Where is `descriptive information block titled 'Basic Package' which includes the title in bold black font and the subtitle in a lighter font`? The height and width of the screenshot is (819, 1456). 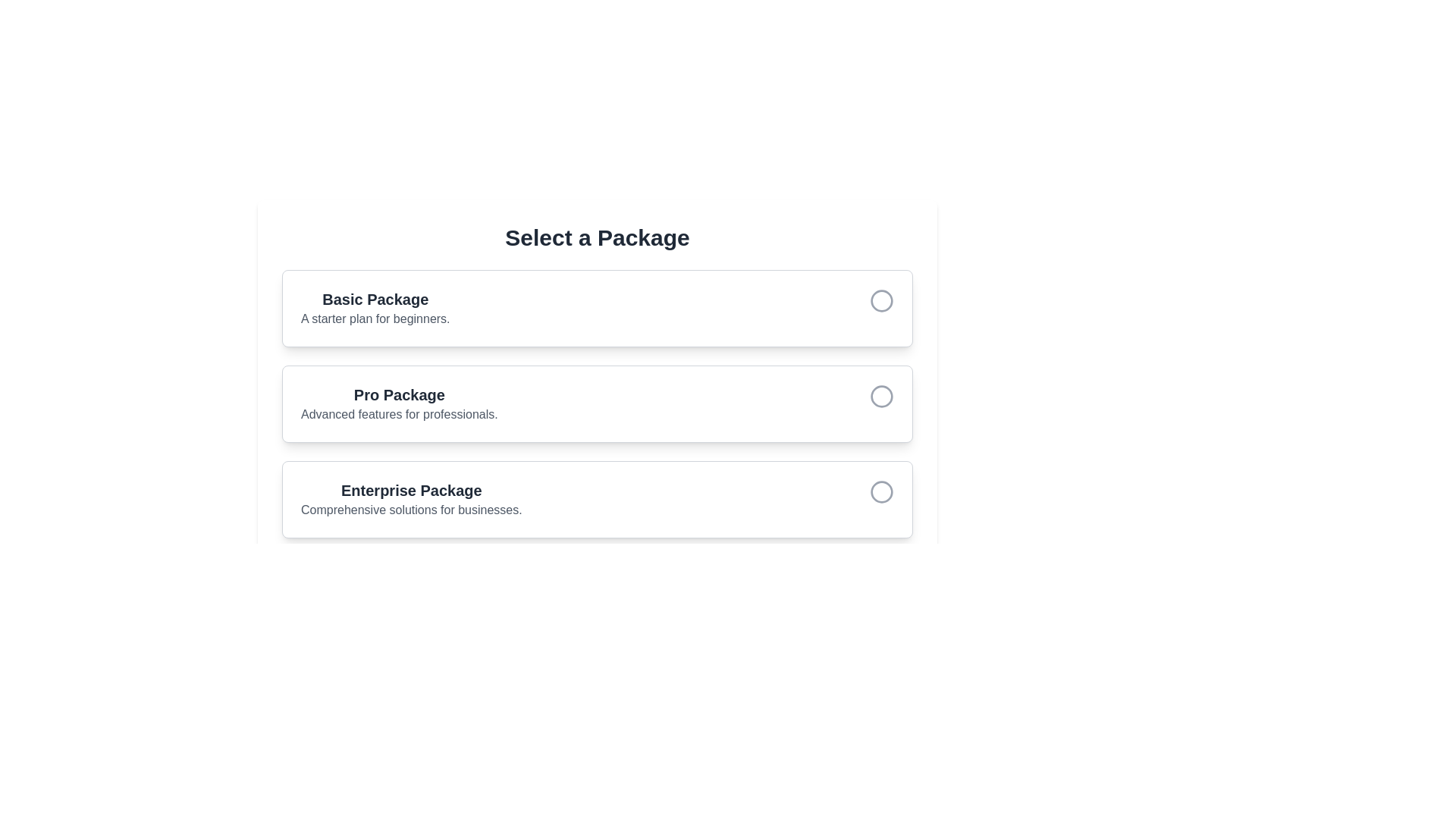 descriptive information block titled 'Basic Package' which includes the title in bold black font and the subtitle in a lighter font is located at coordinates (596, 308).